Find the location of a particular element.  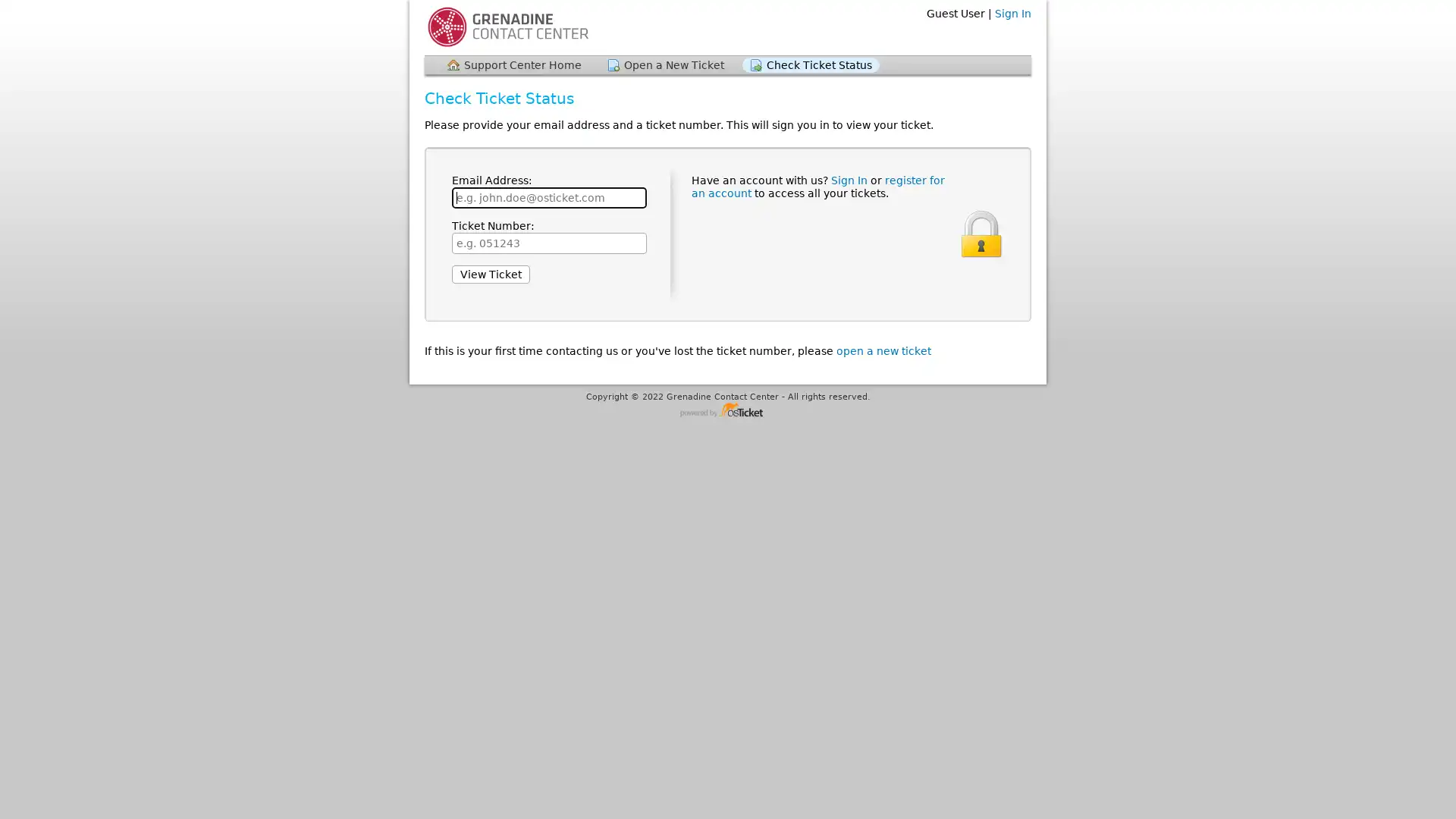

View Ticket is located at coordinates (491, 275).